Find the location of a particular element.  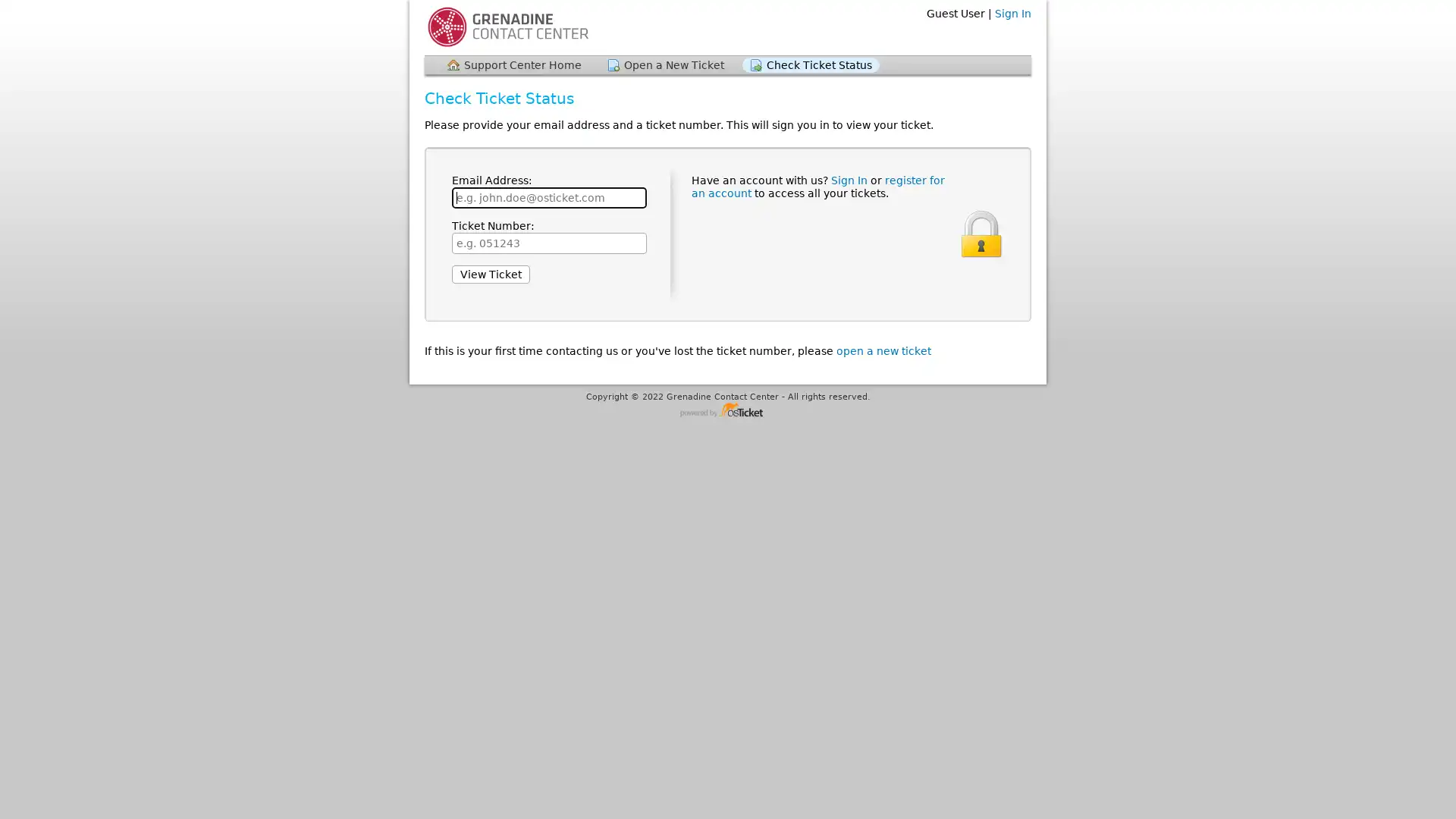

View Ticket is located at coordinates (491, 275).